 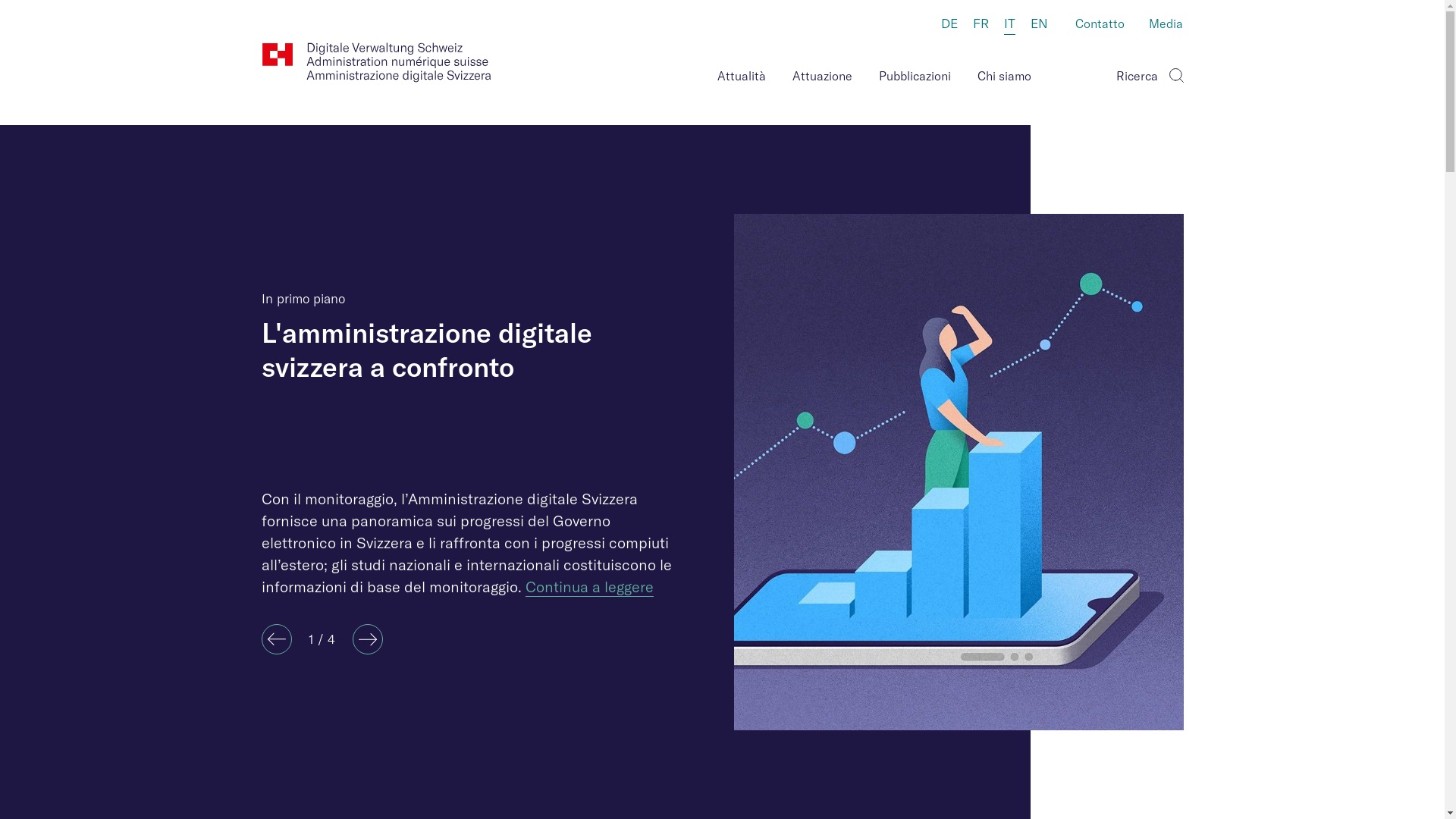 What do you see at coordinates (588, 586) in the screenshot?
I see `'Continua a leggere'` at bounding box center [588, 586].